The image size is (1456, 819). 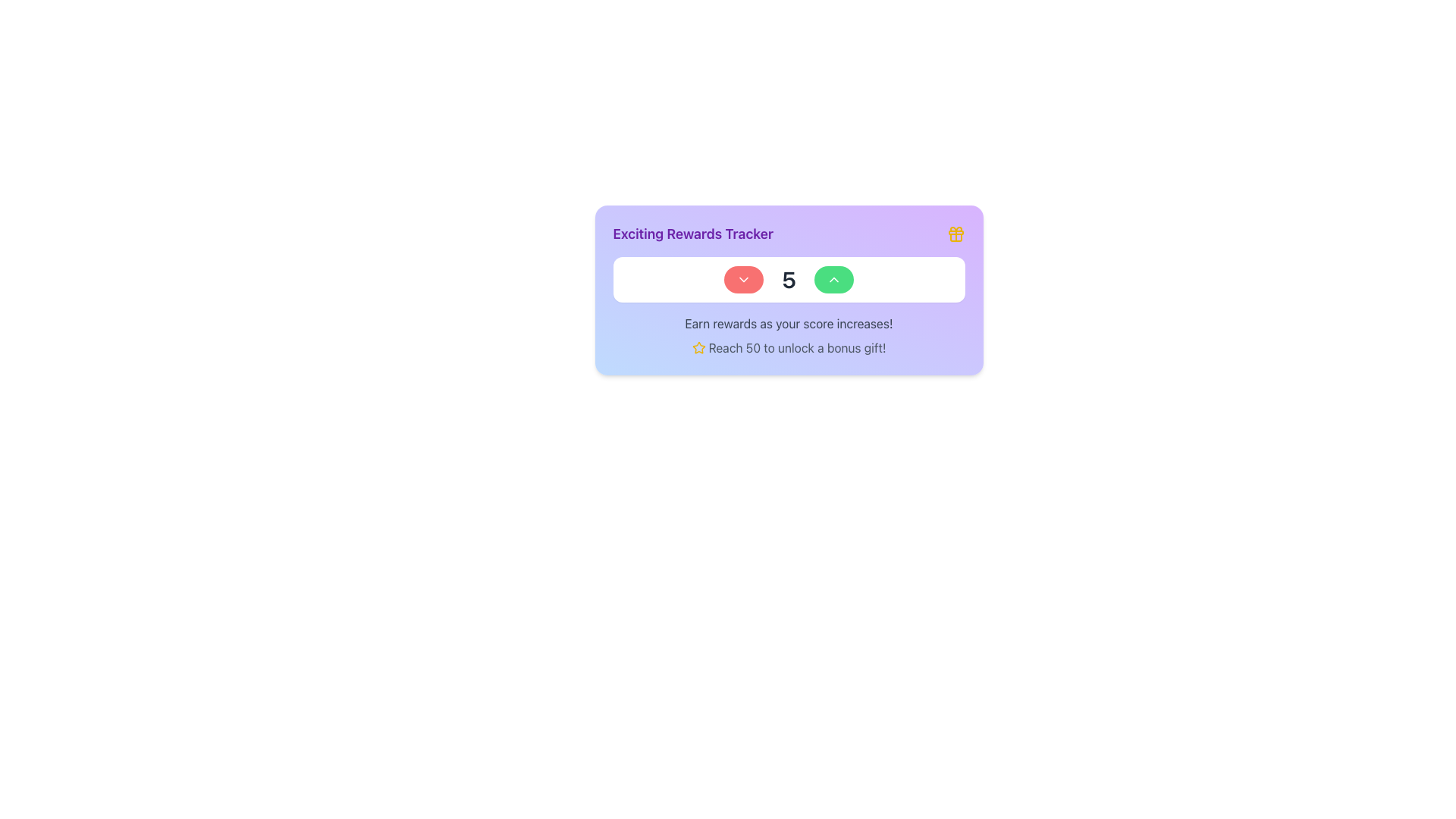 I want to click on the static text label that reads 'Reach 50 to unlock a bonus gift!' located at the bottom section of the 'Exciting Rewards Tracker' card, so click(x=796, y=348).